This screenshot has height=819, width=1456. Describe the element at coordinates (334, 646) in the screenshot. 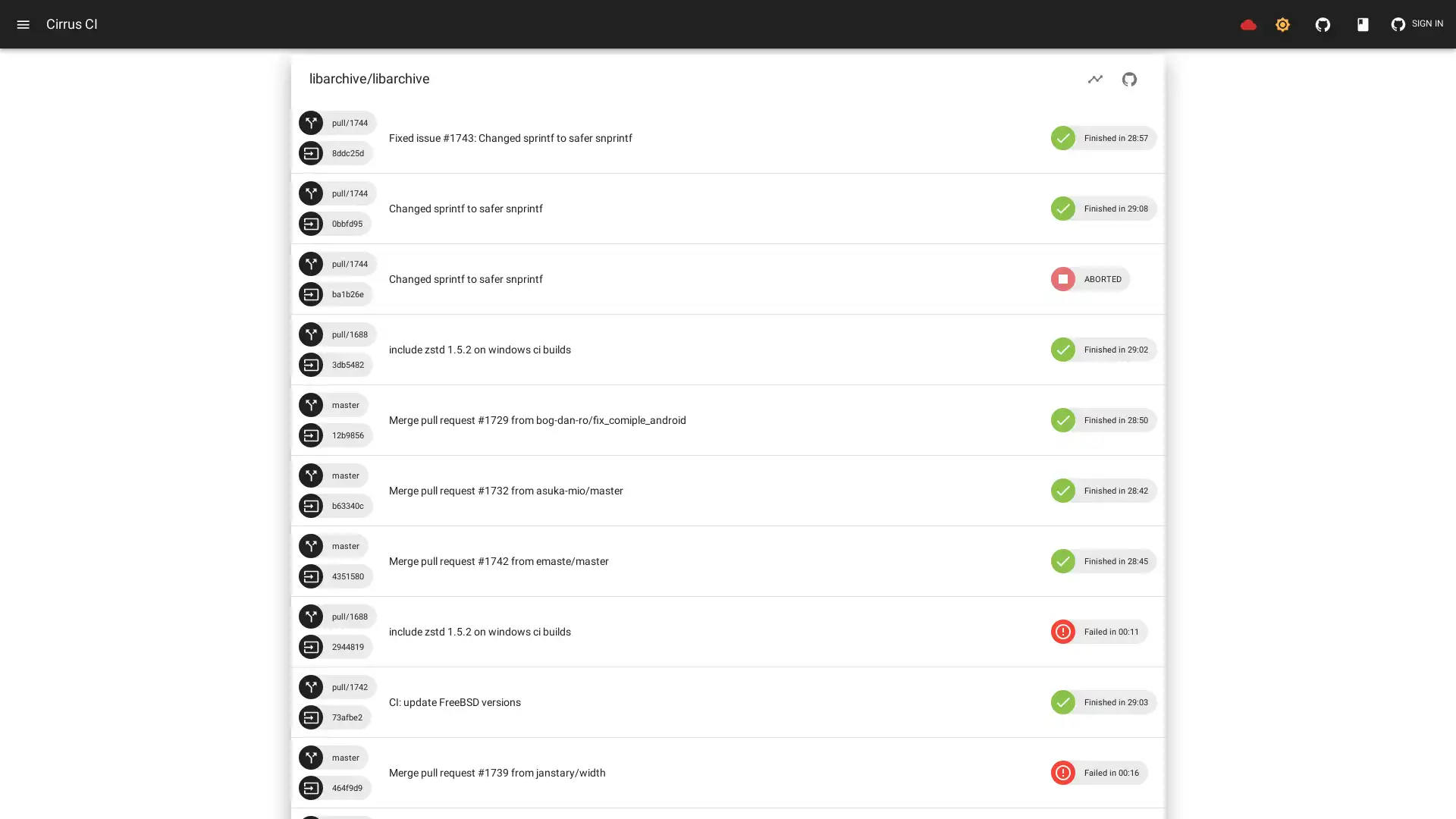

I see `2944819` at that location.